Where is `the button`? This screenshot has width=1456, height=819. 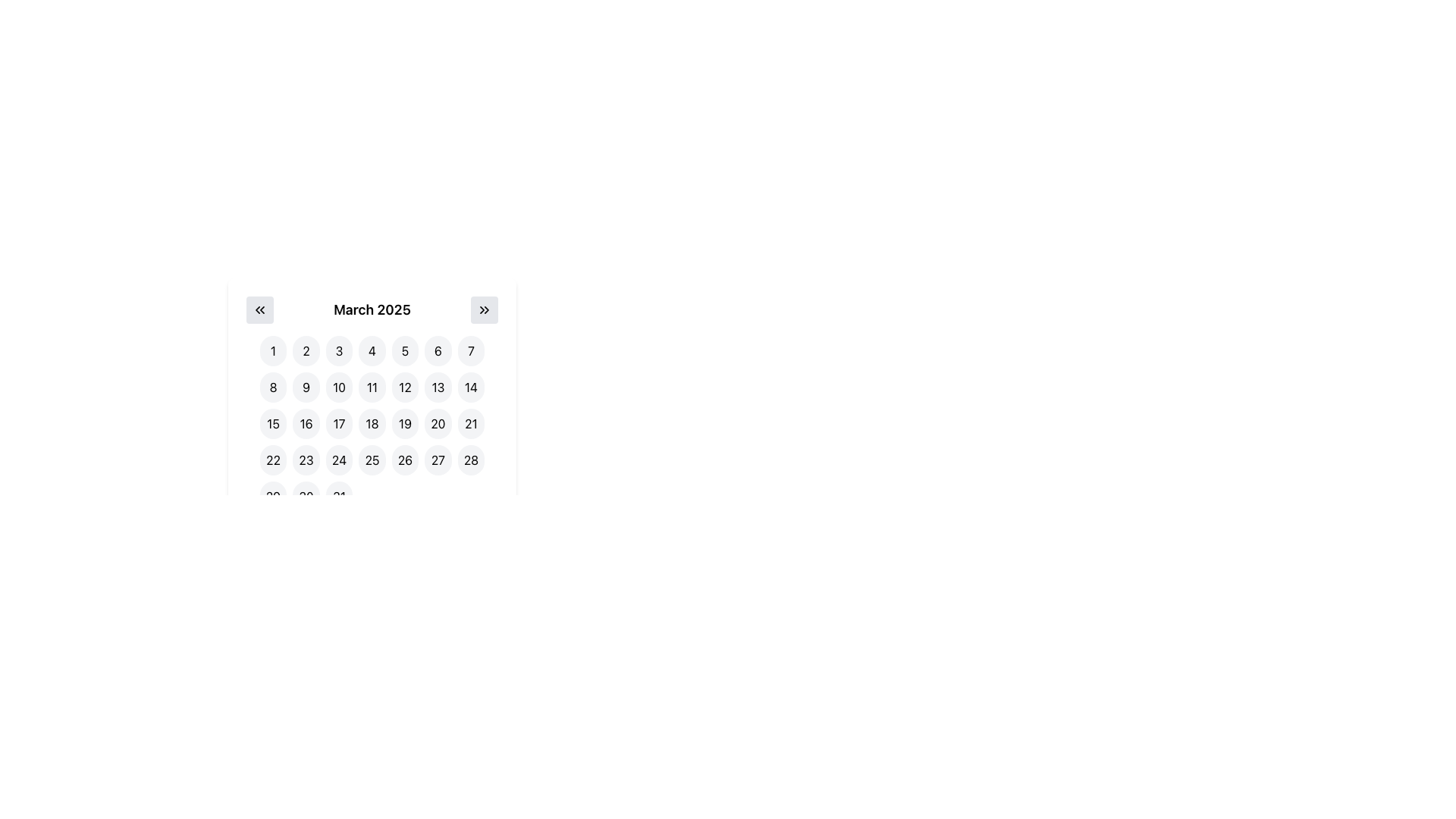 the button is located at coordinates (437, 459).